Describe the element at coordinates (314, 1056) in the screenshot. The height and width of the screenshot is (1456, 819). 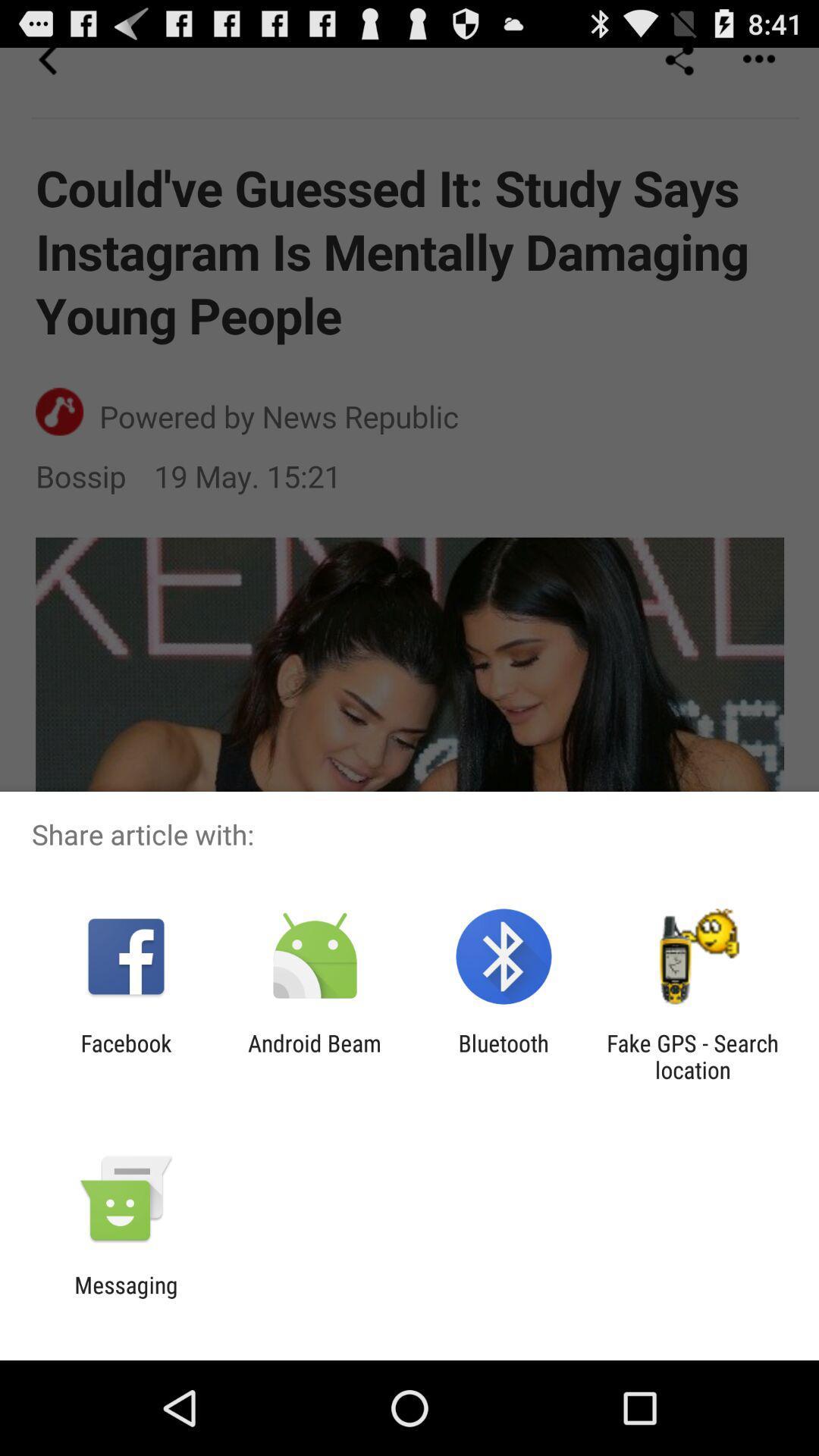
I see `the android beam item` at that location.